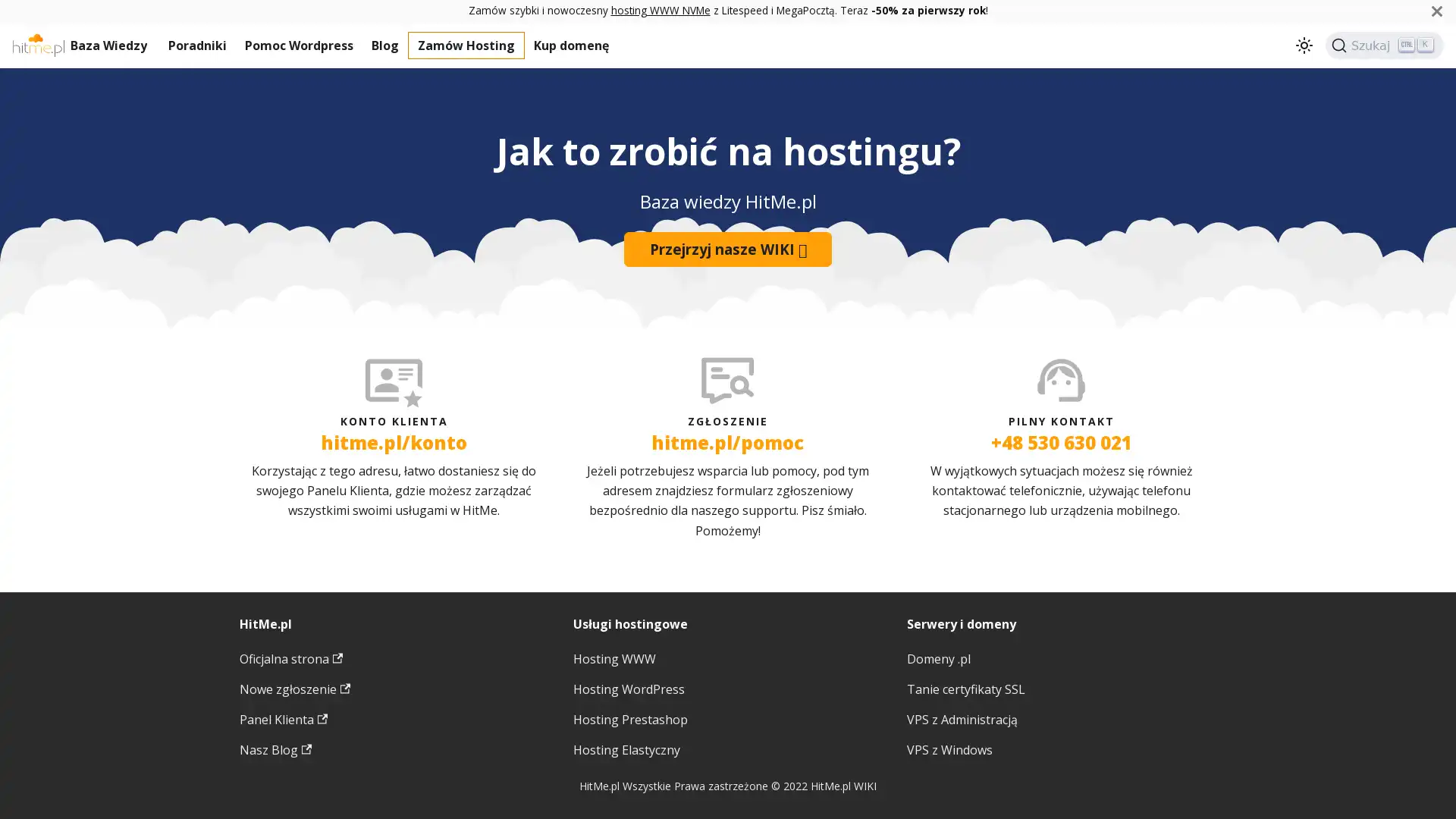  I want to click on Przeacz pomiedzy ciemnym a jasnym motywem (aktualnie ustawiony jasny motyw), so click(1303, 45).